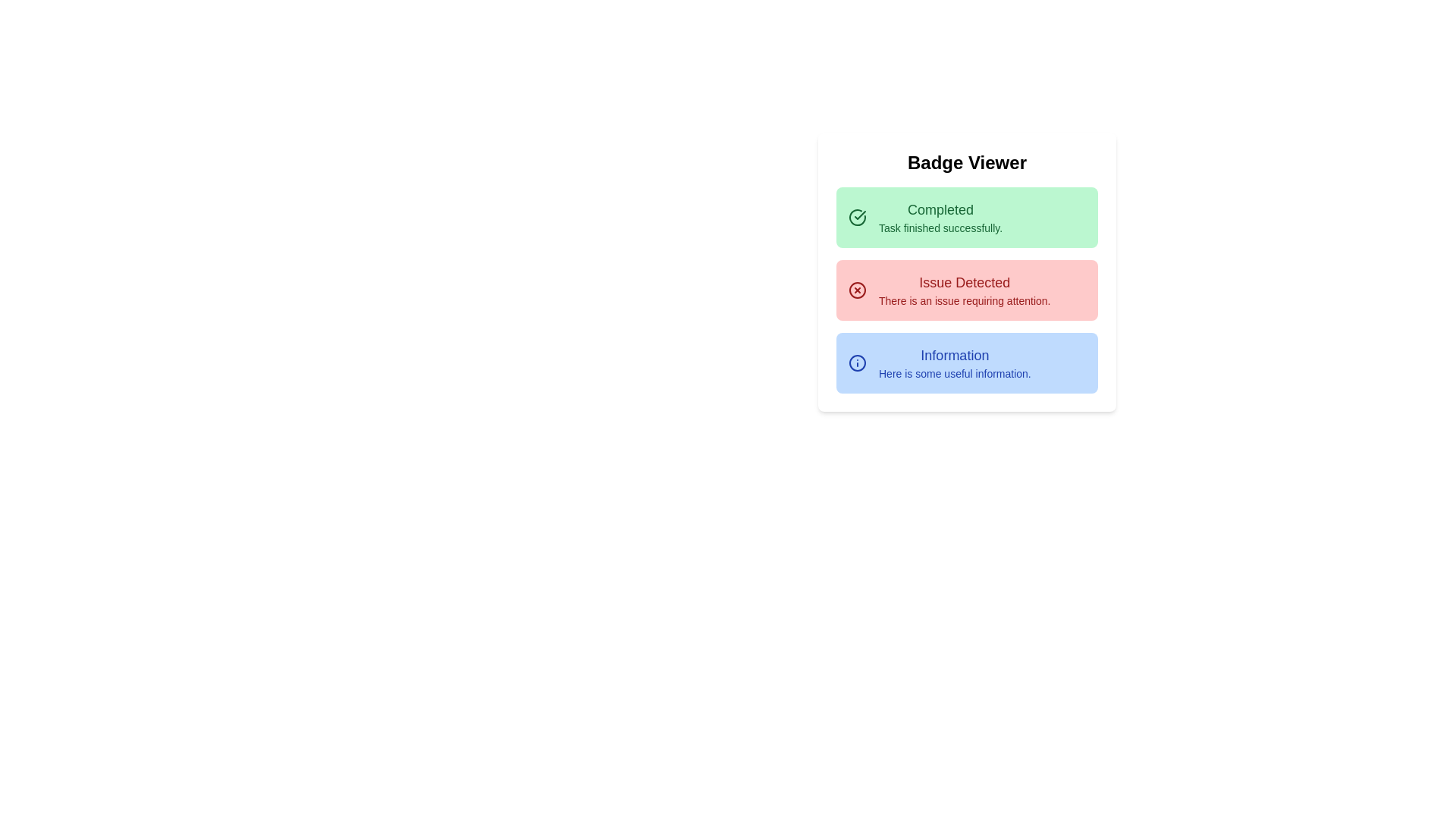 Image resolution: width=1456 pixels, height=819 pixels. Describe the element at coordinates (858, 217) in the screenshot. I see `the circular icon with a check mark inside it, which is styled with a green stroke and is located to the left of the 'Completed' label` at that location.